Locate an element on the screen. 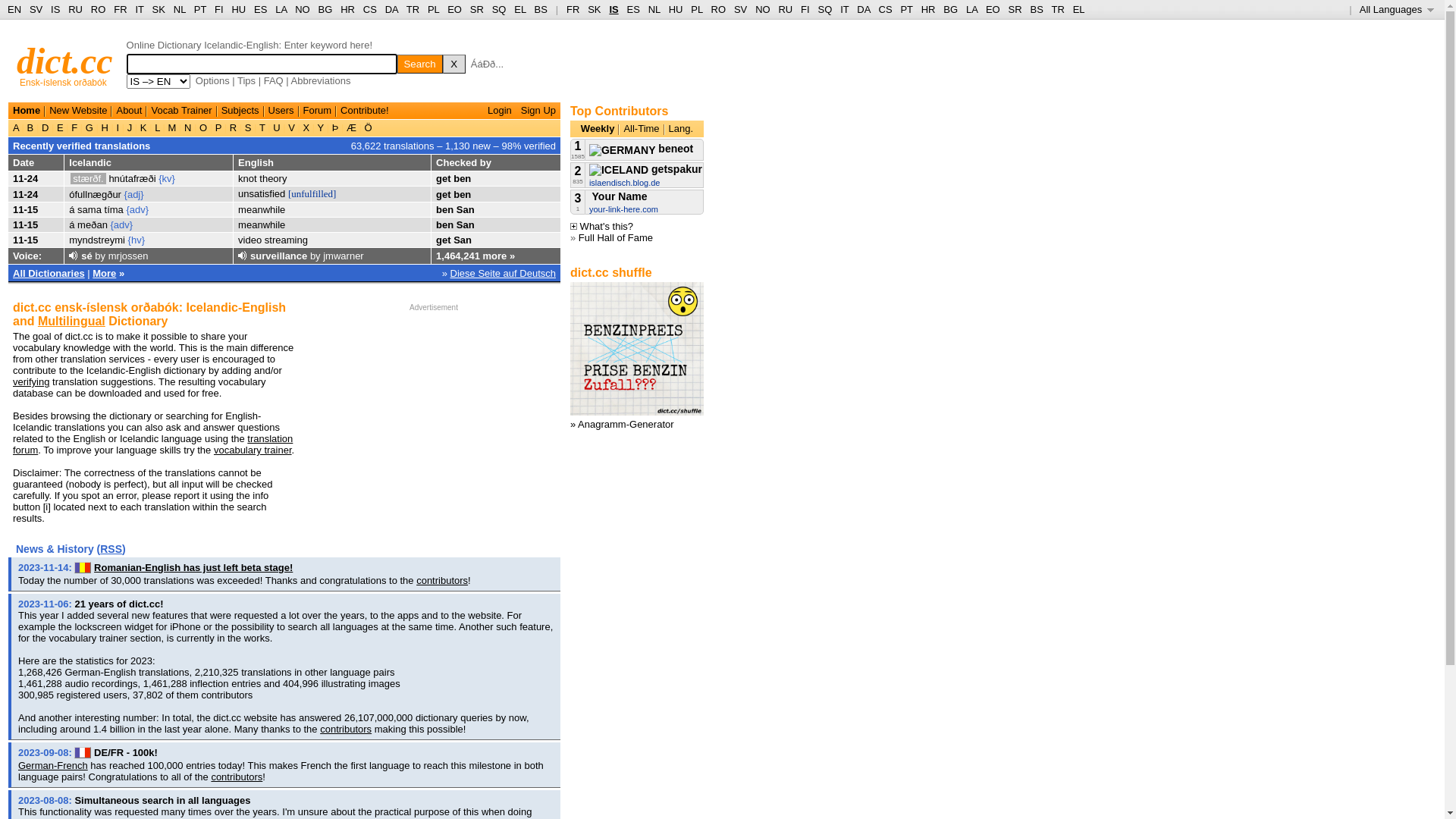 The image size is (1456, 819). 'ES' is located at coordinates (260, 9).